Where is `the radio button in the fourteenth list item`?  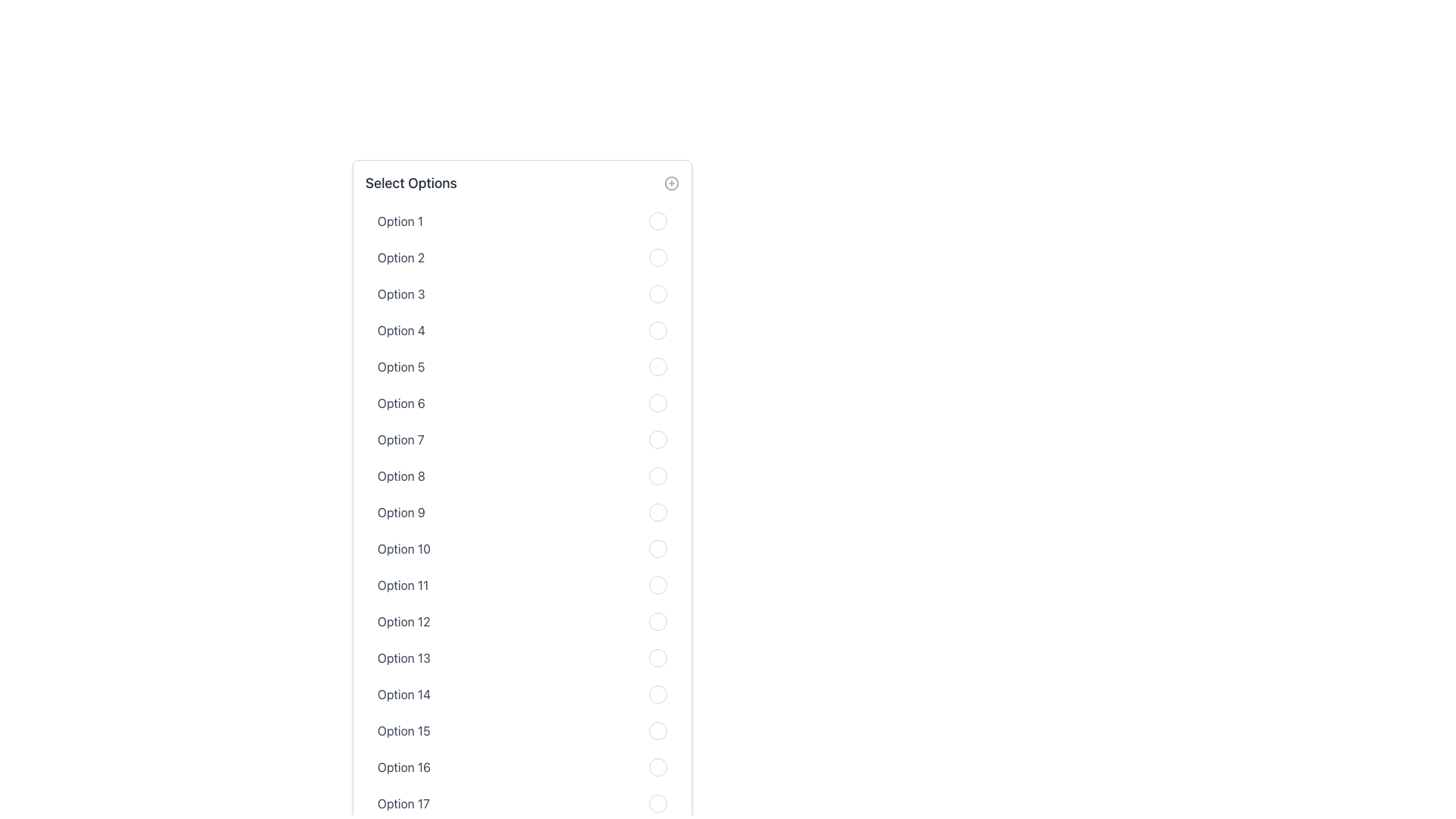
the radio button in the fourteenth list item is located at coordinates (522, 694).